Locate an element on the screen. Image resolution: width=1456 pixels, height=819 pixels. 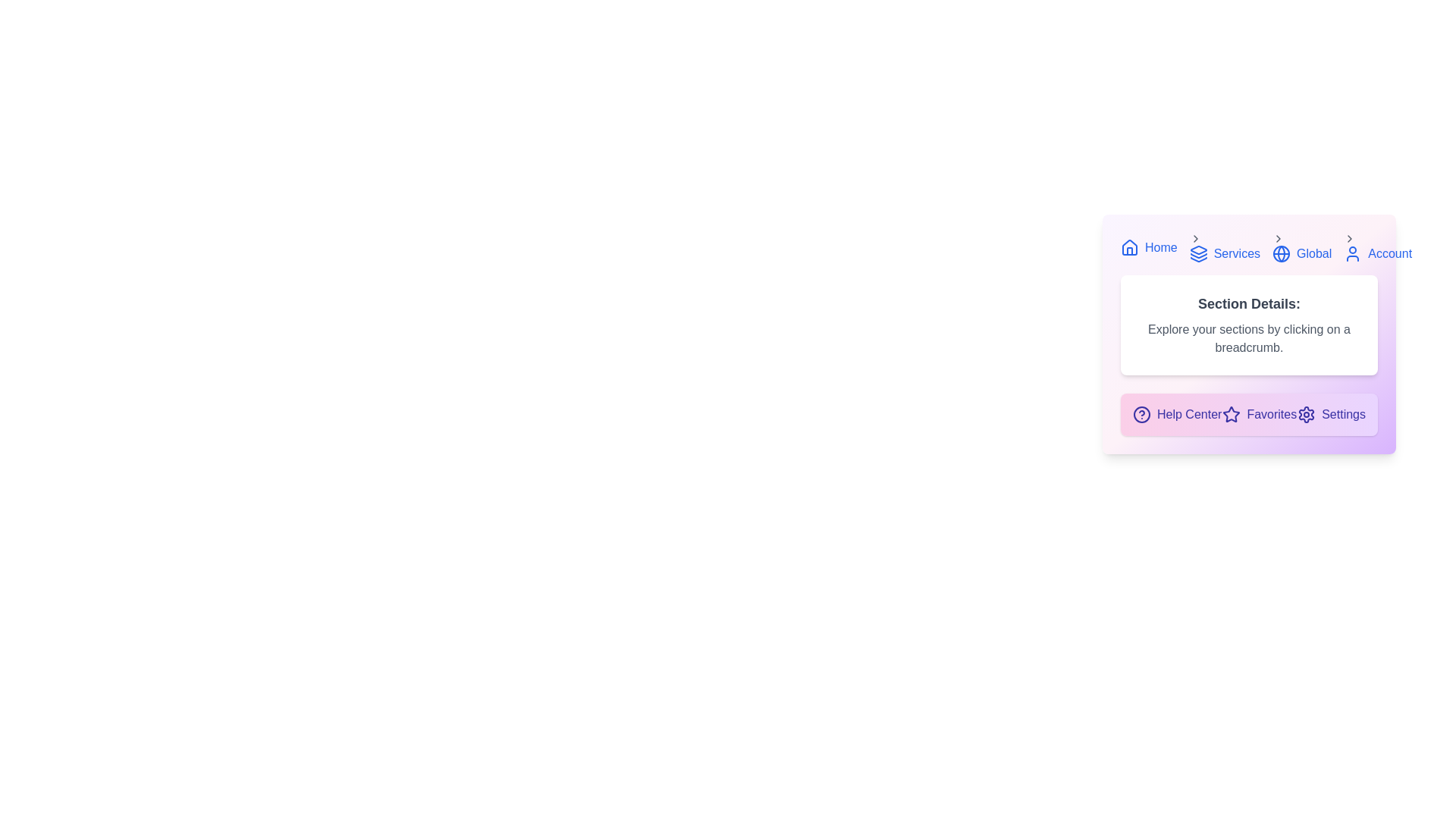
on the 'Settings' icon located at the bottom right of the interface is located at coordinates (1306, 415).